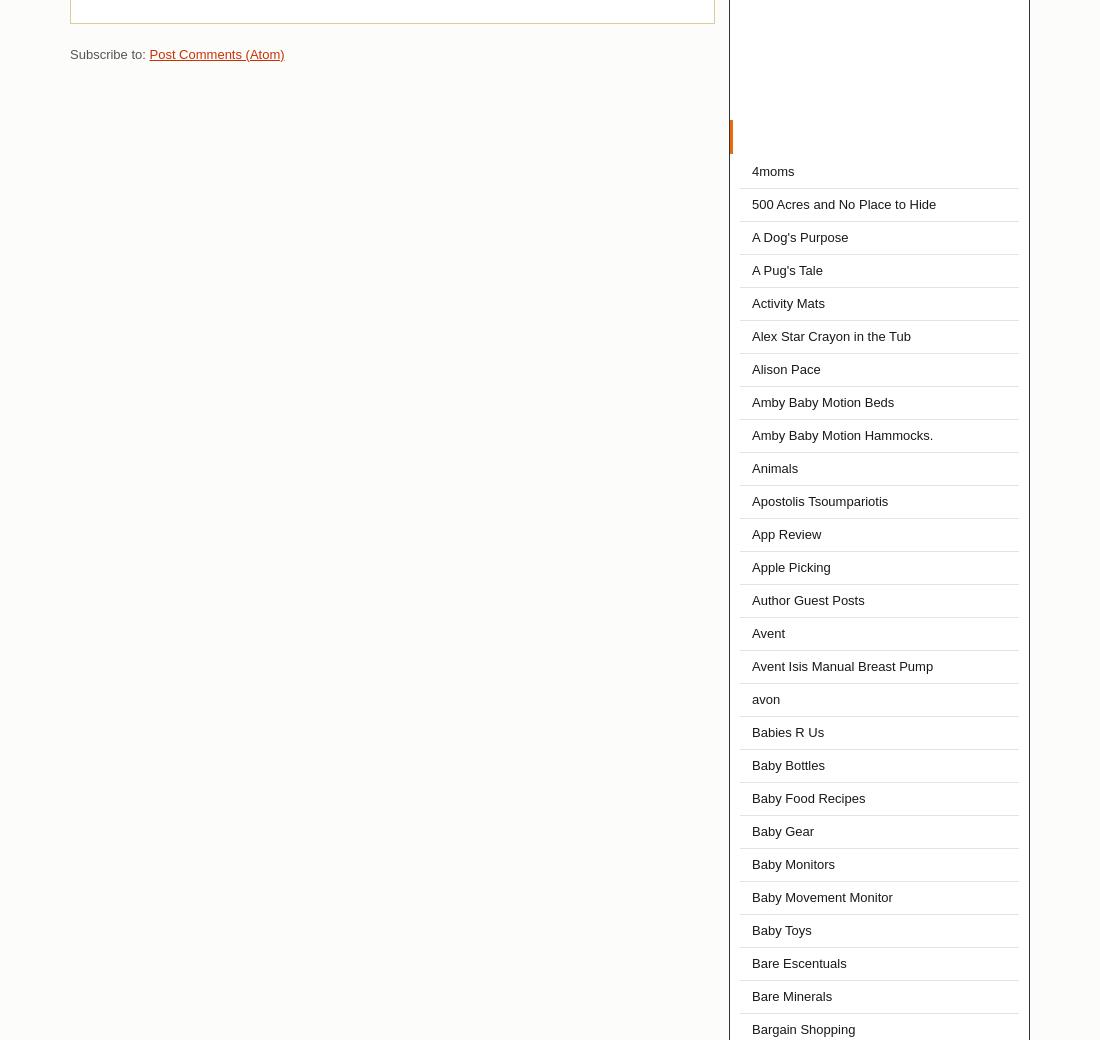 The height and width of the screenshot is (1040, 1100). What do you see at coordinates (764, 136) in the screenshot?
I see `'Labels'` at bounding box center [764, 136].